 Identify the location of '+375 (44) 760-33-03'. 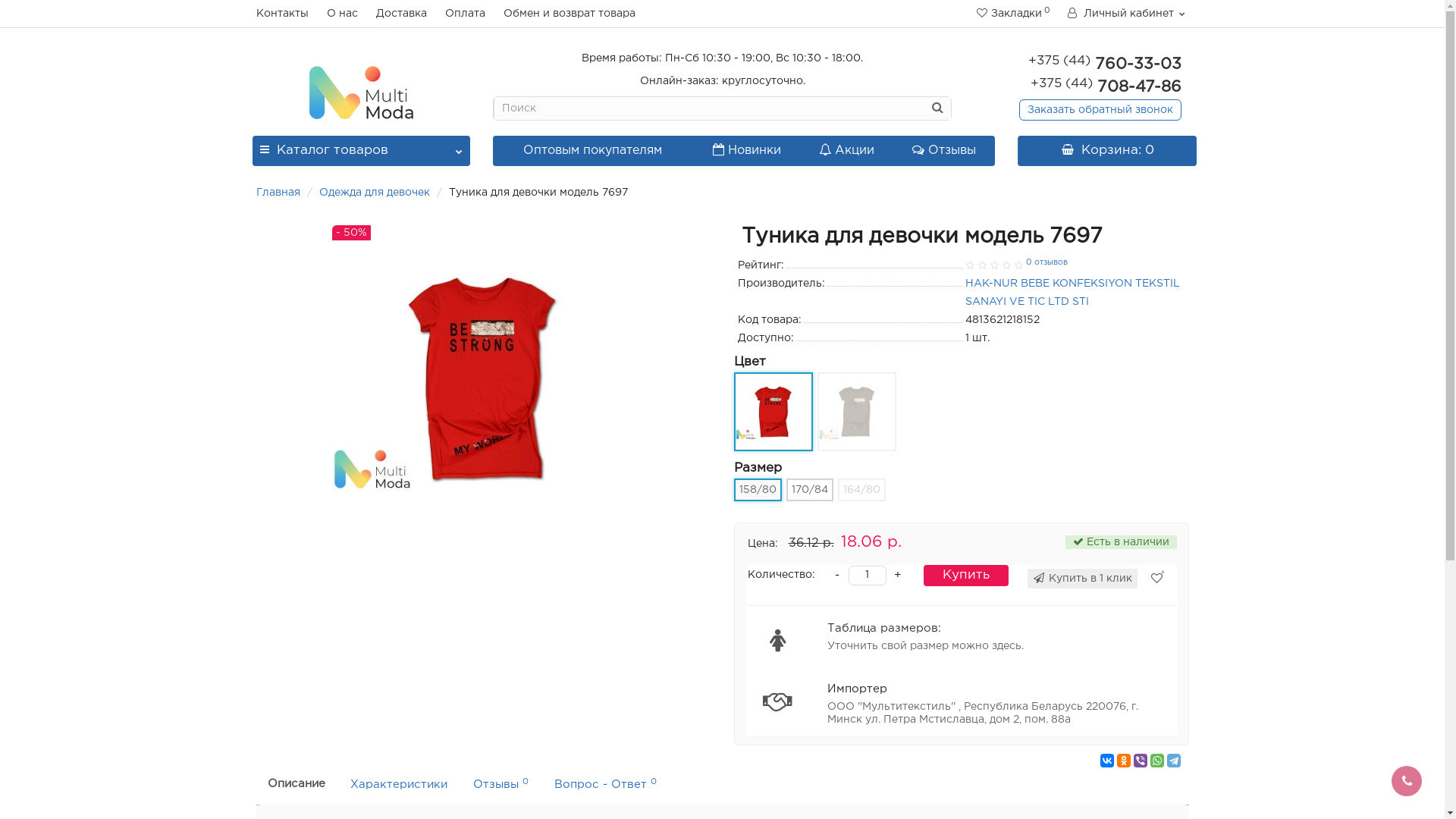
(1105, 63).